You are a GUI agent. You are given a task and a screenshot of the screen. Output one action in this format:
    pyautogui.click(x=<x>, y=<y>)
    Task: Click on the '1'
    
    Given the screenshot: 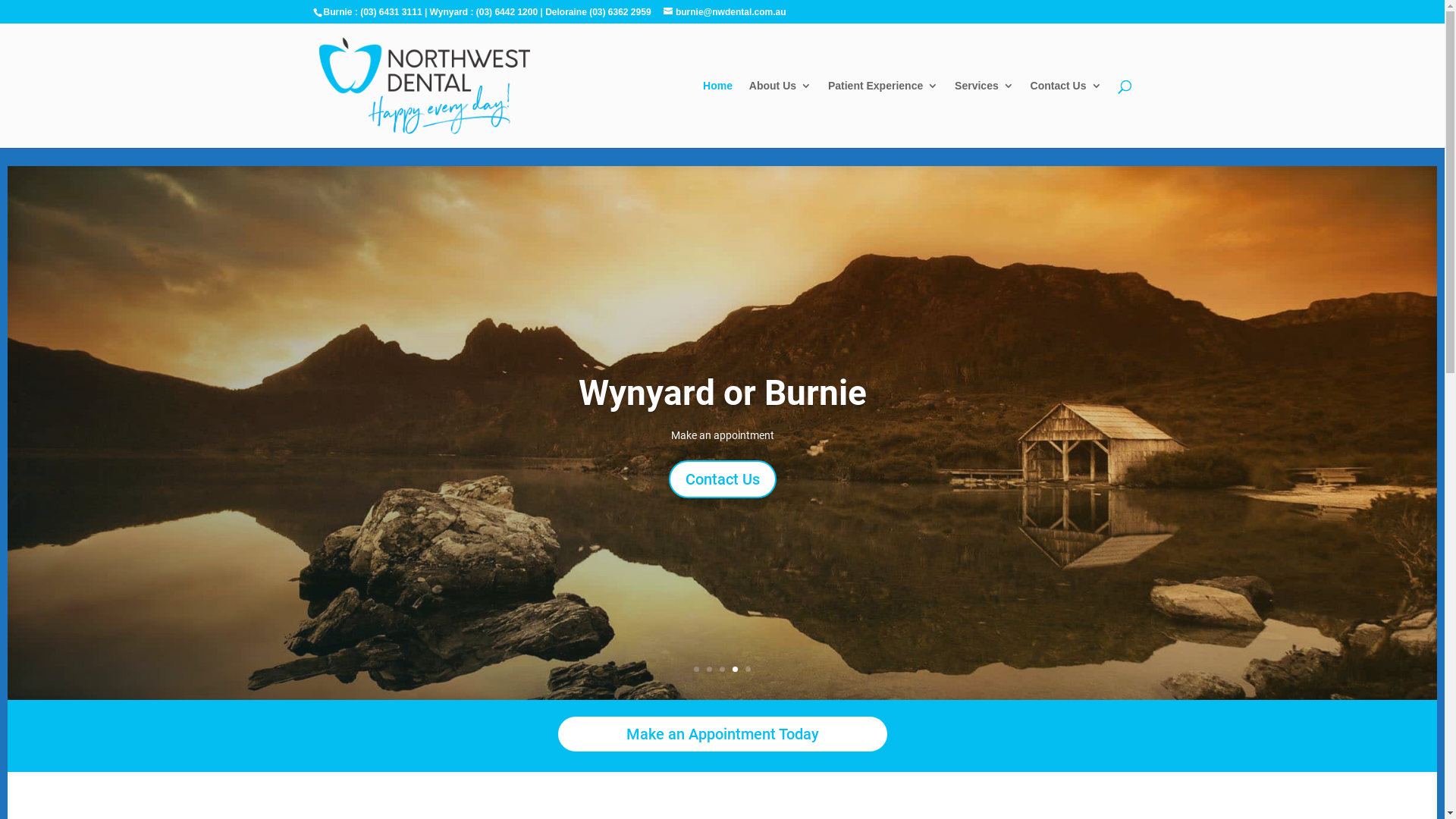 What is the action you would take?
    pyautogui.click(x=695, y=668)
    